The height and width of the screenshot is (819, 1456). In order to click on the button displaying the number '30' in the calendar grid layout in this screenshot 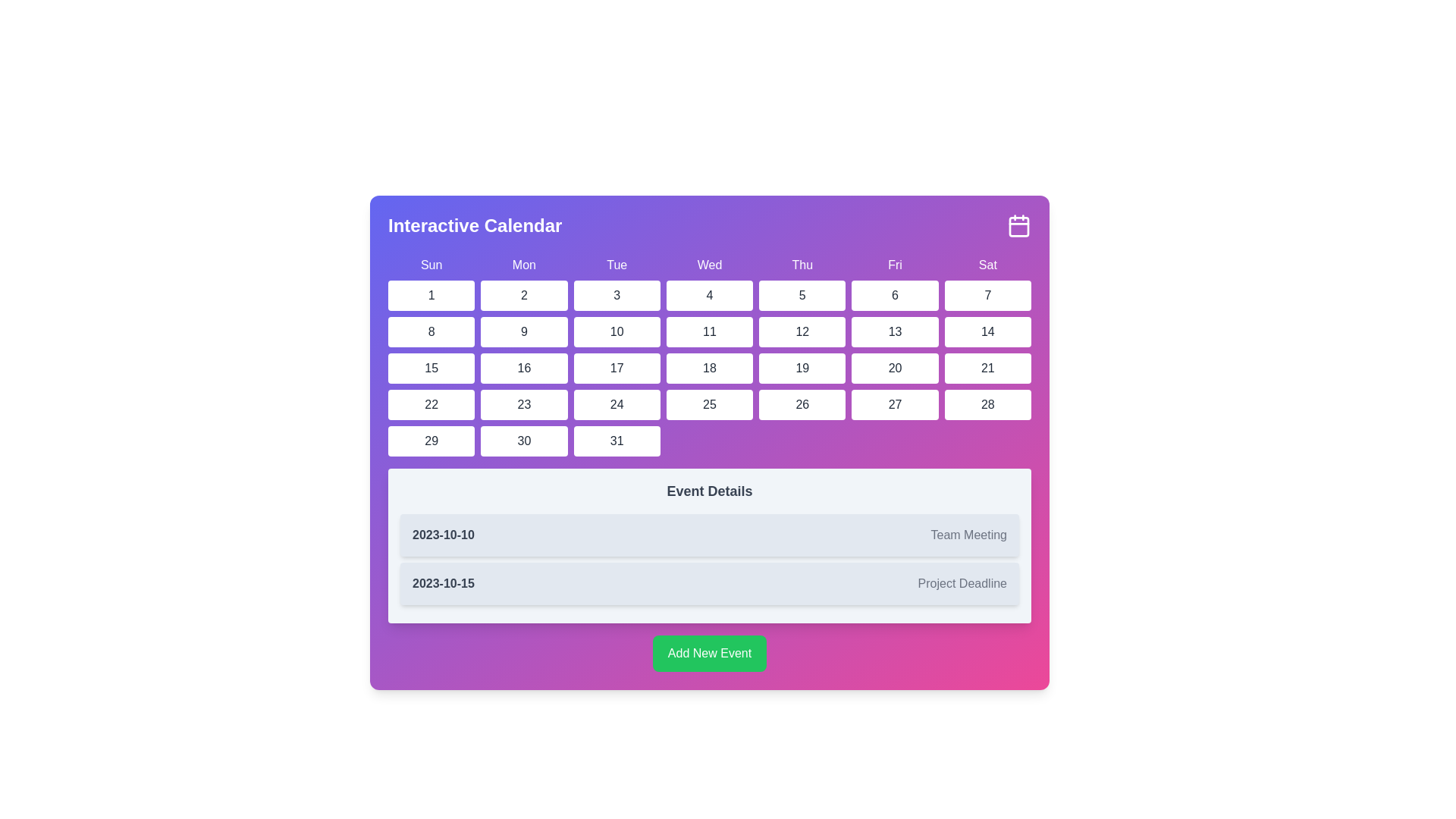, I will do `click(524, 441)`.